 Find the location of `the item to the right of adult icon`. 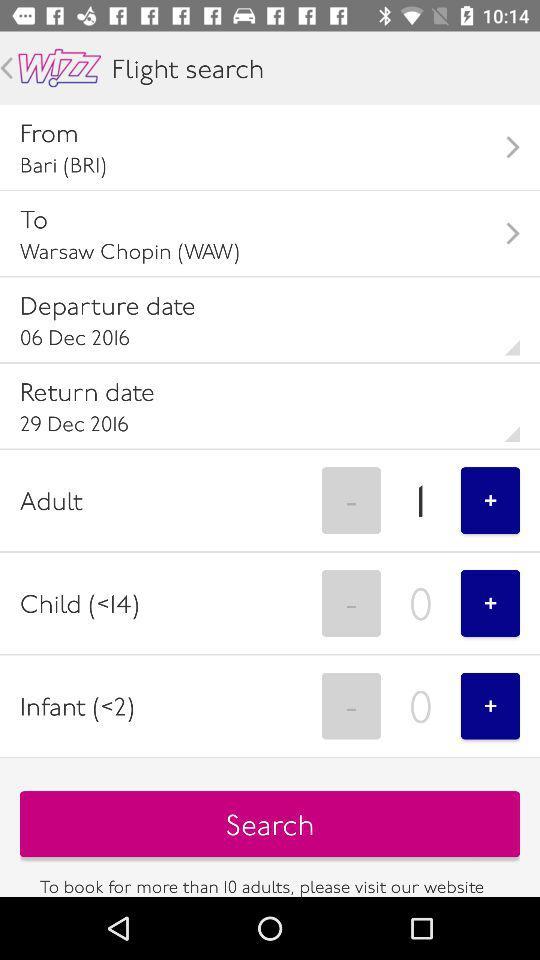

the item to the right of adult icon is located at coordinates (350, 499).